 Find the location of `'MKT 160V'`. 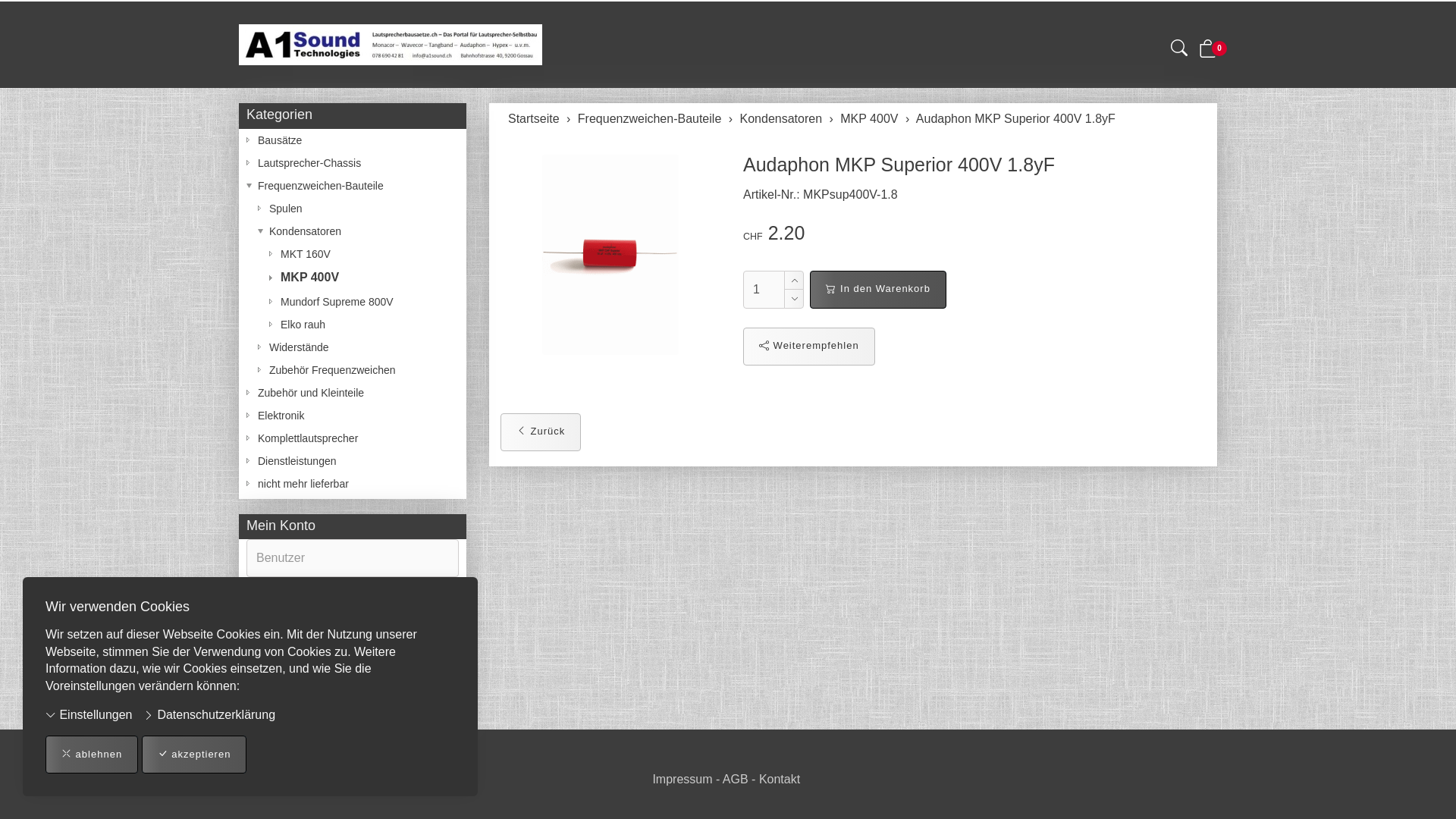

'MKT 160V' is located at coordinates (352, 253).